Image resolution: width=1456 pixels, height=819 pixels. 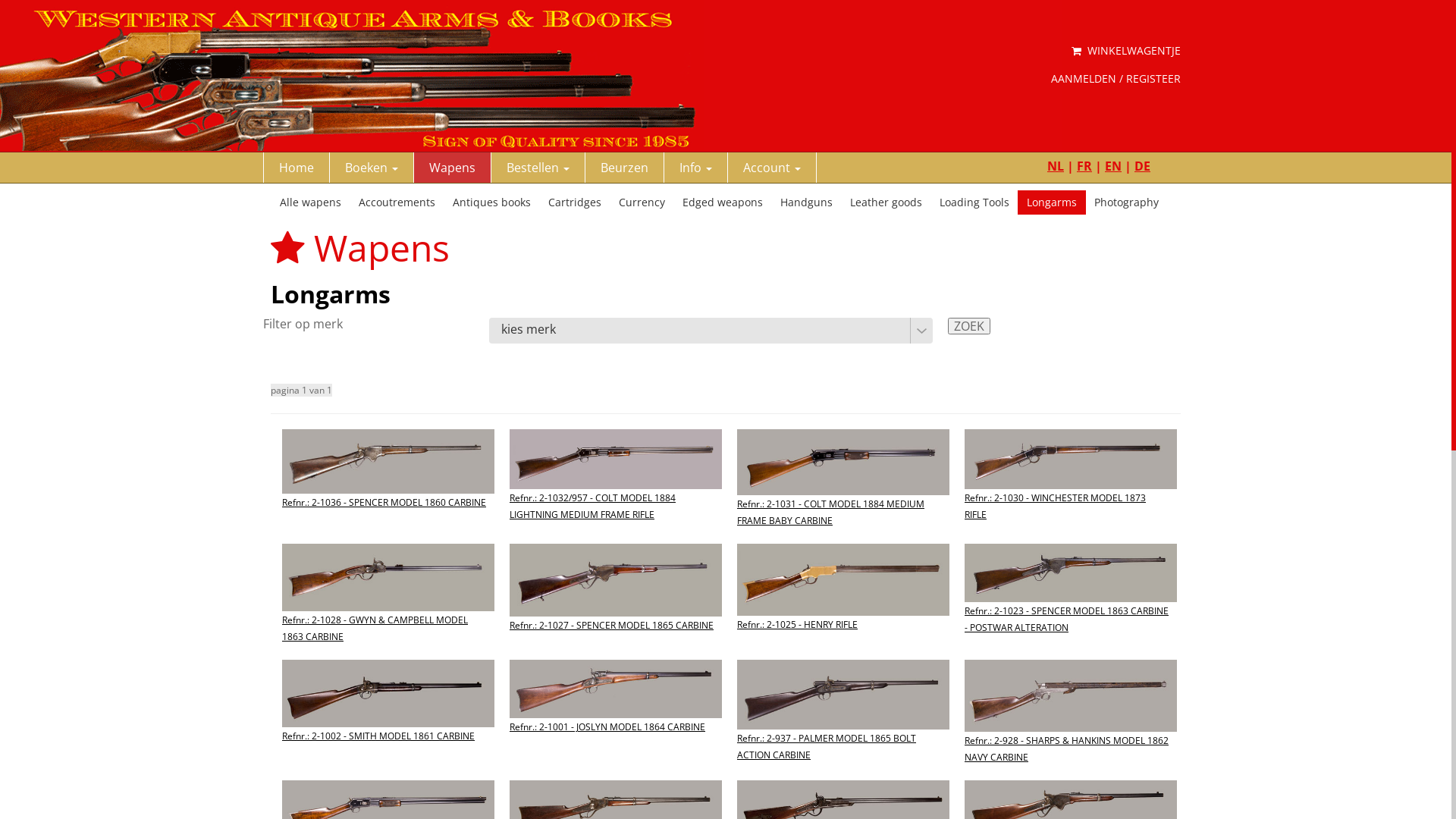 I want to click on 'Refnr.: 2-928 - SHARPS & HANKINS MODEL 1862 NAVY CARBINE', so click(x=1069, y=725).